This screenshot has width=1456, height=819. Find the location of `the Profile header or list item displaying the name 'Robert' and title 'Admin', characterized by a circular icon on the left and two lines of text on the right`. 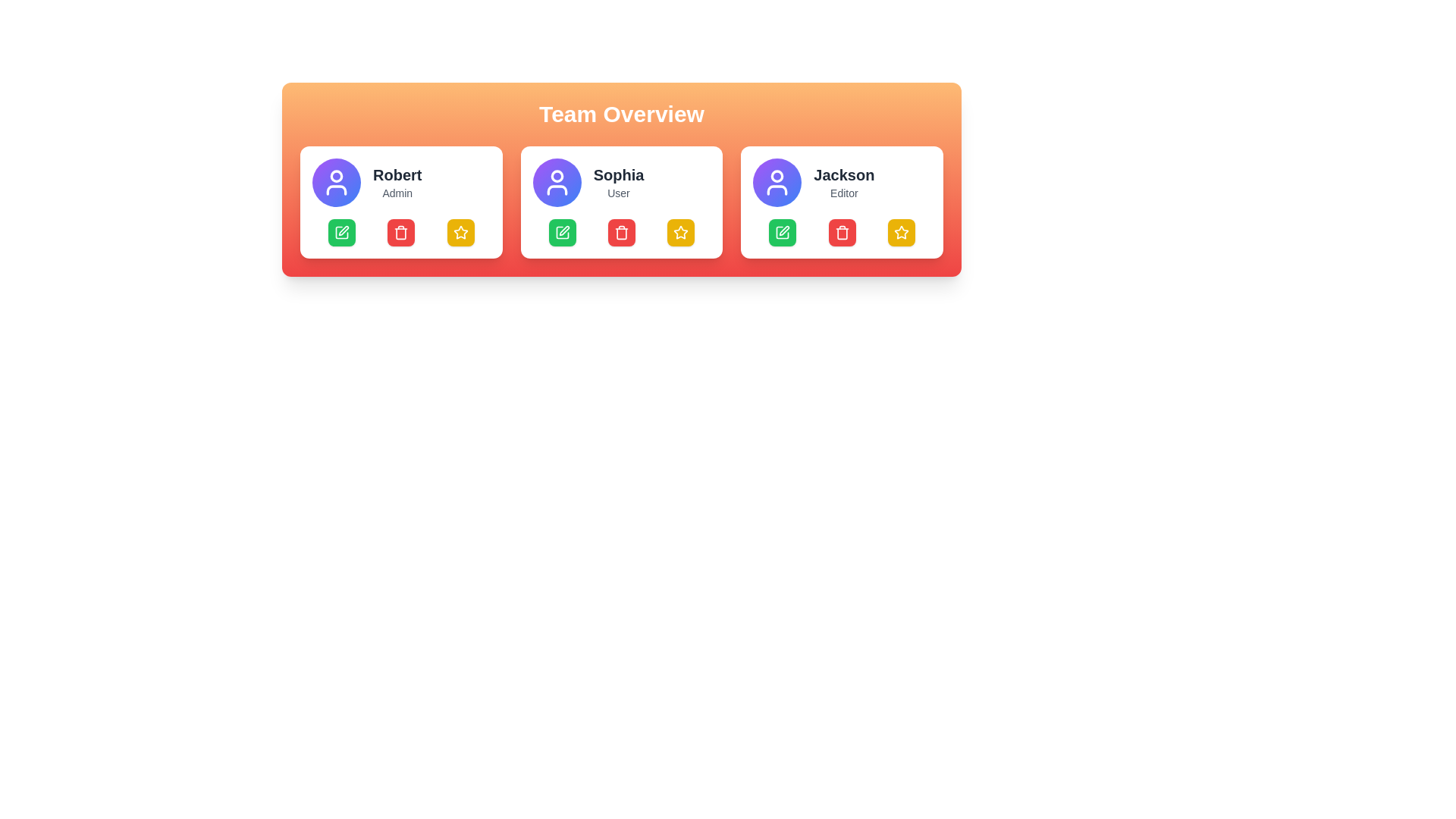

the Profile header or list item displaying the name 'Robert' and title 'Admin', characterized by a circular icon on the left and two lines of text on the right is located at coordinates (401, 181).